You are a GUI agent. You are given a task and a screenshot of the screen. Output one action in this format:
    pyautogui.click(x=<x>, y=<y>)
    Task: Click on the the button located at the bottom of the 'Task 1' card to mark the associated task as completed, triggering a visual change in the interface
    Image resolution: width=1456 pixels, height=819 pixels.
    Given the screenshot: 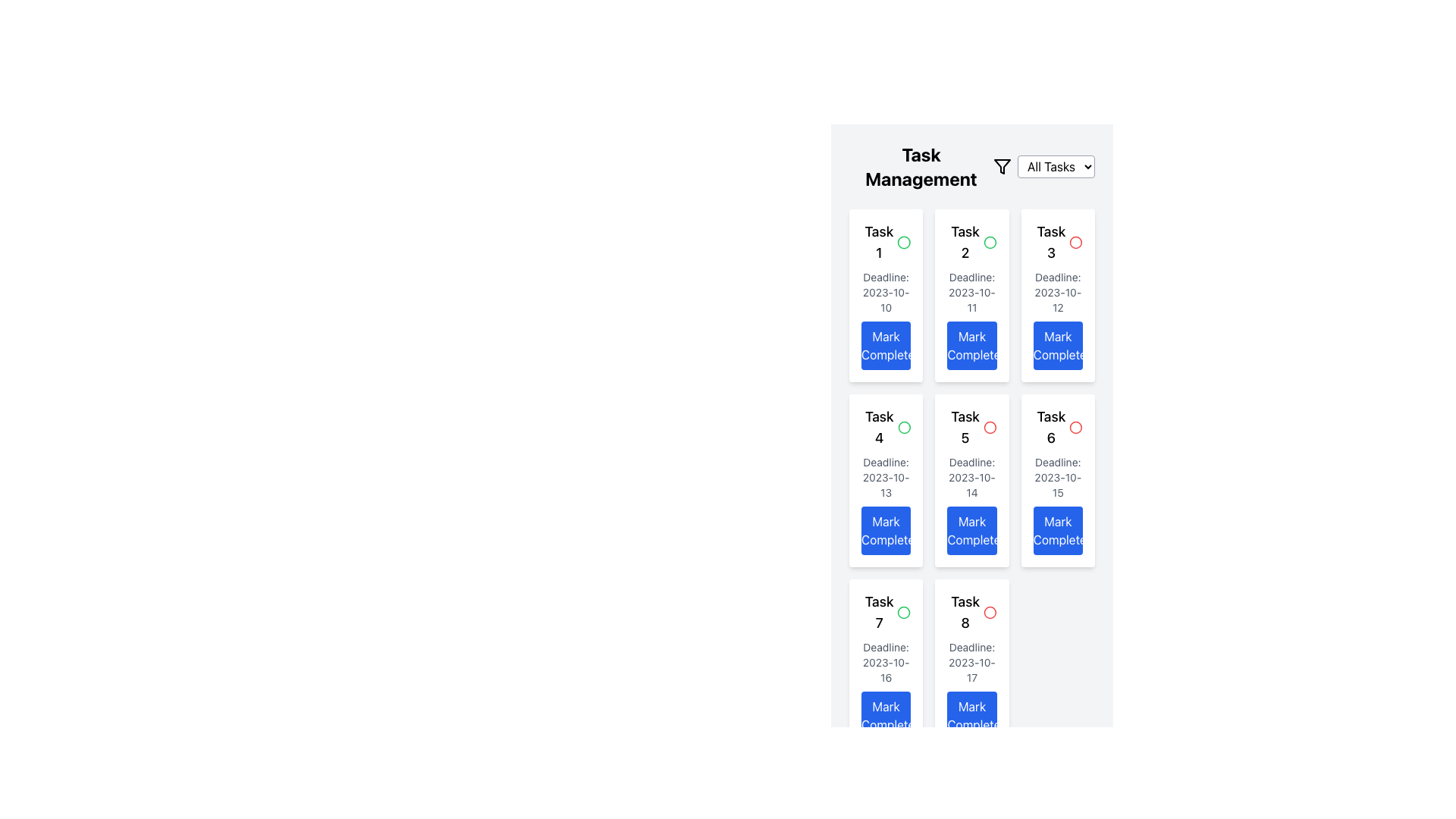 What is the action you would take?
    pyautogui.click(x=886, y=345)
    